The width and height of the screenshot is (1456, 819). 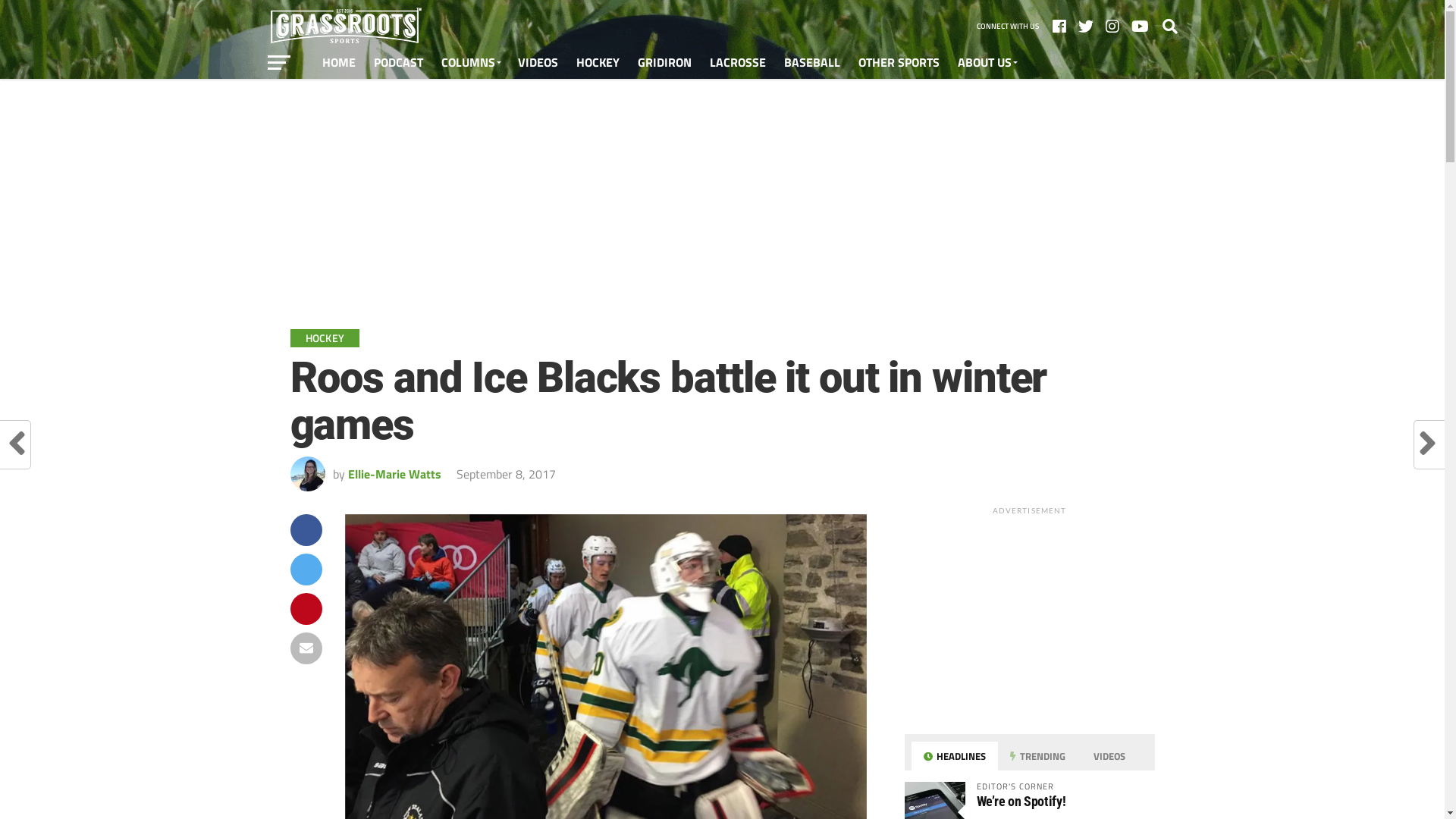 What do you see at coordinates (899, 61) in the screenshot?
I see `'OTHER SPORTS'` at bounding box center [899, 61].